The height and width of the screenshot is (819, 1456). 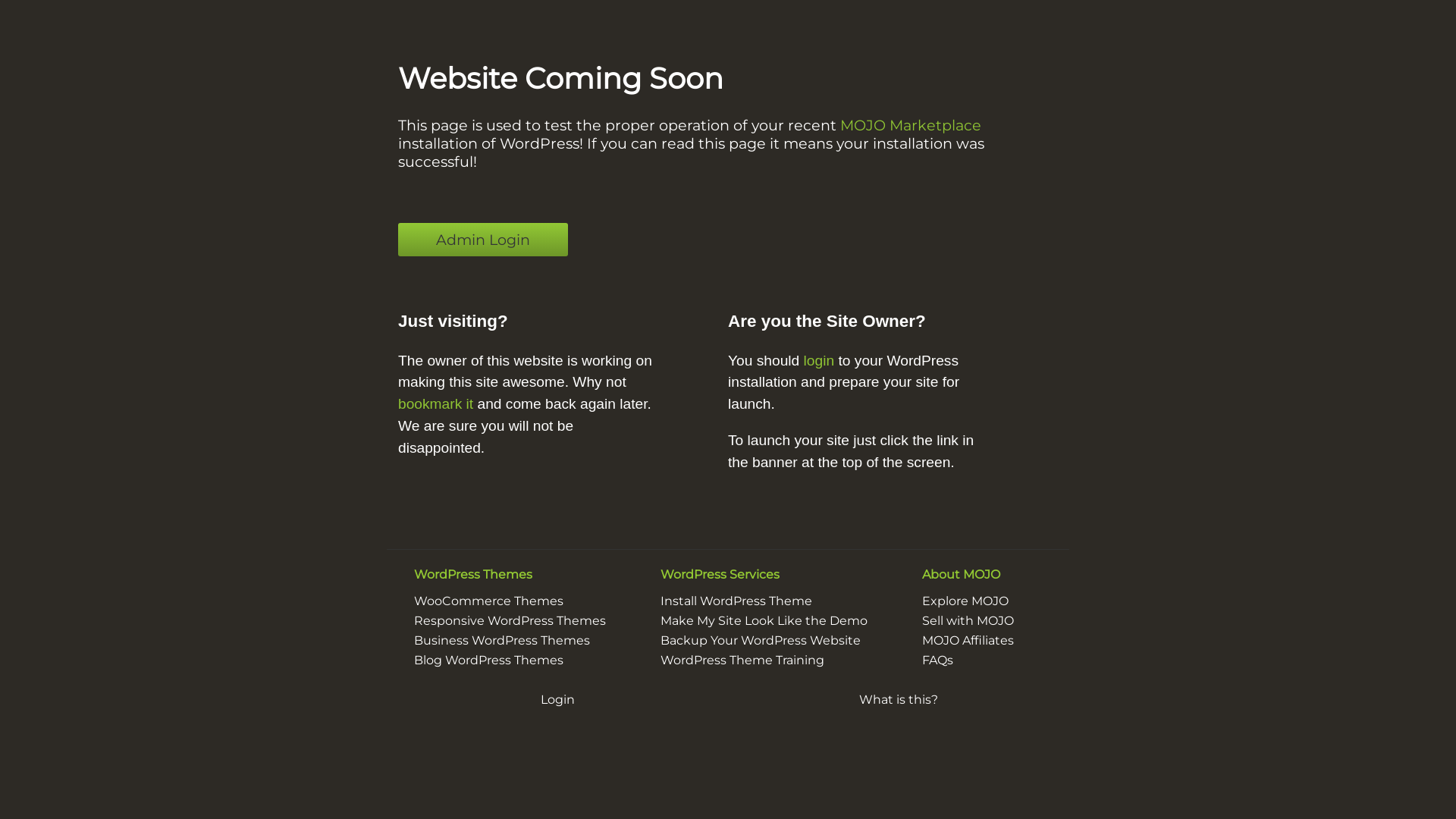 What do you see at coordinates (472, 574) in the screenshot?
I see `'WordPress Themes'` at bounding box center [472, 574].